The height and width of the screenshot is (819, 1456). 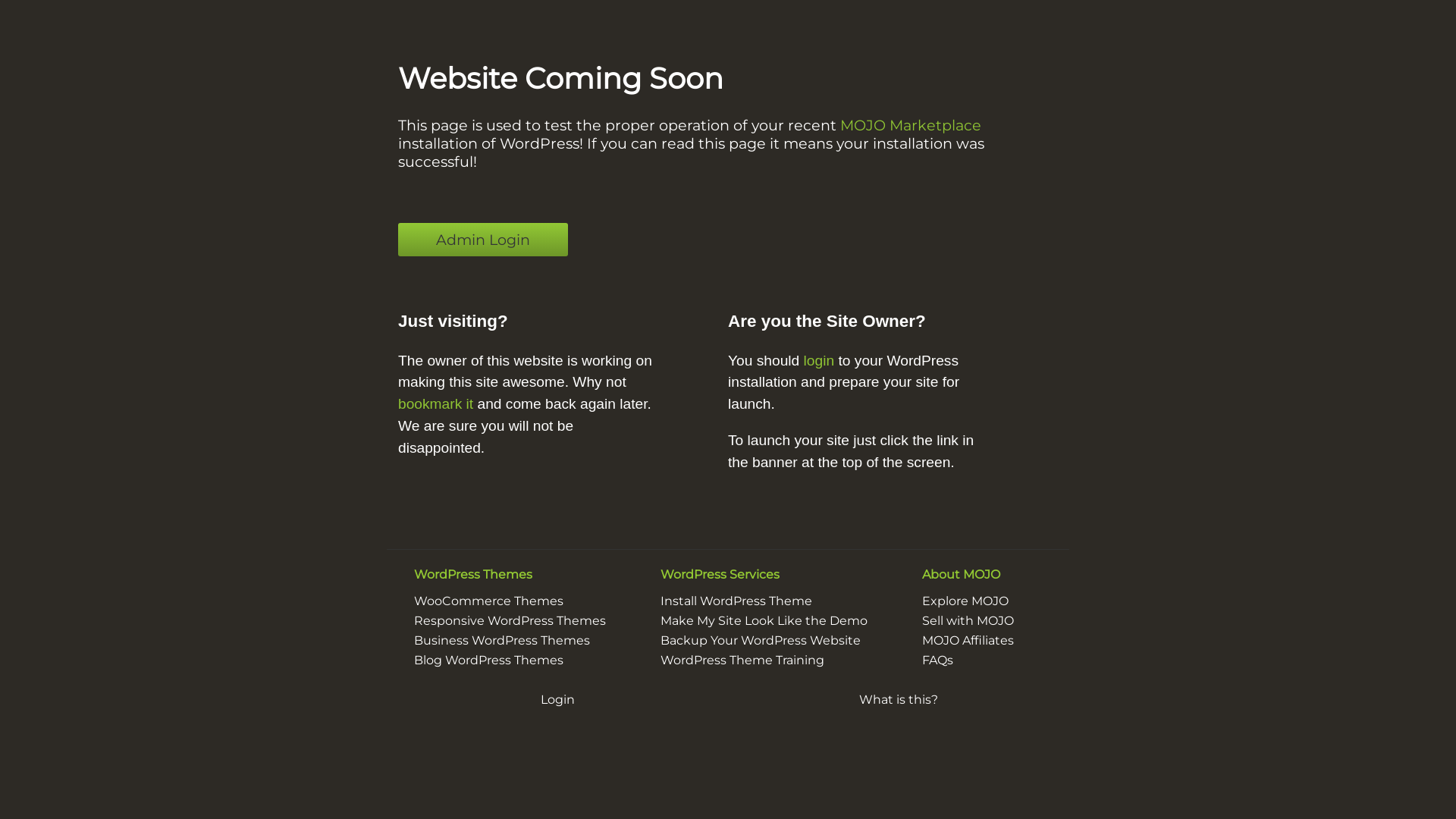 What do you see at coordinates (472, 574) in the screenshot?
I see `'WordPress Themes'` at bounding box center [472, 574].